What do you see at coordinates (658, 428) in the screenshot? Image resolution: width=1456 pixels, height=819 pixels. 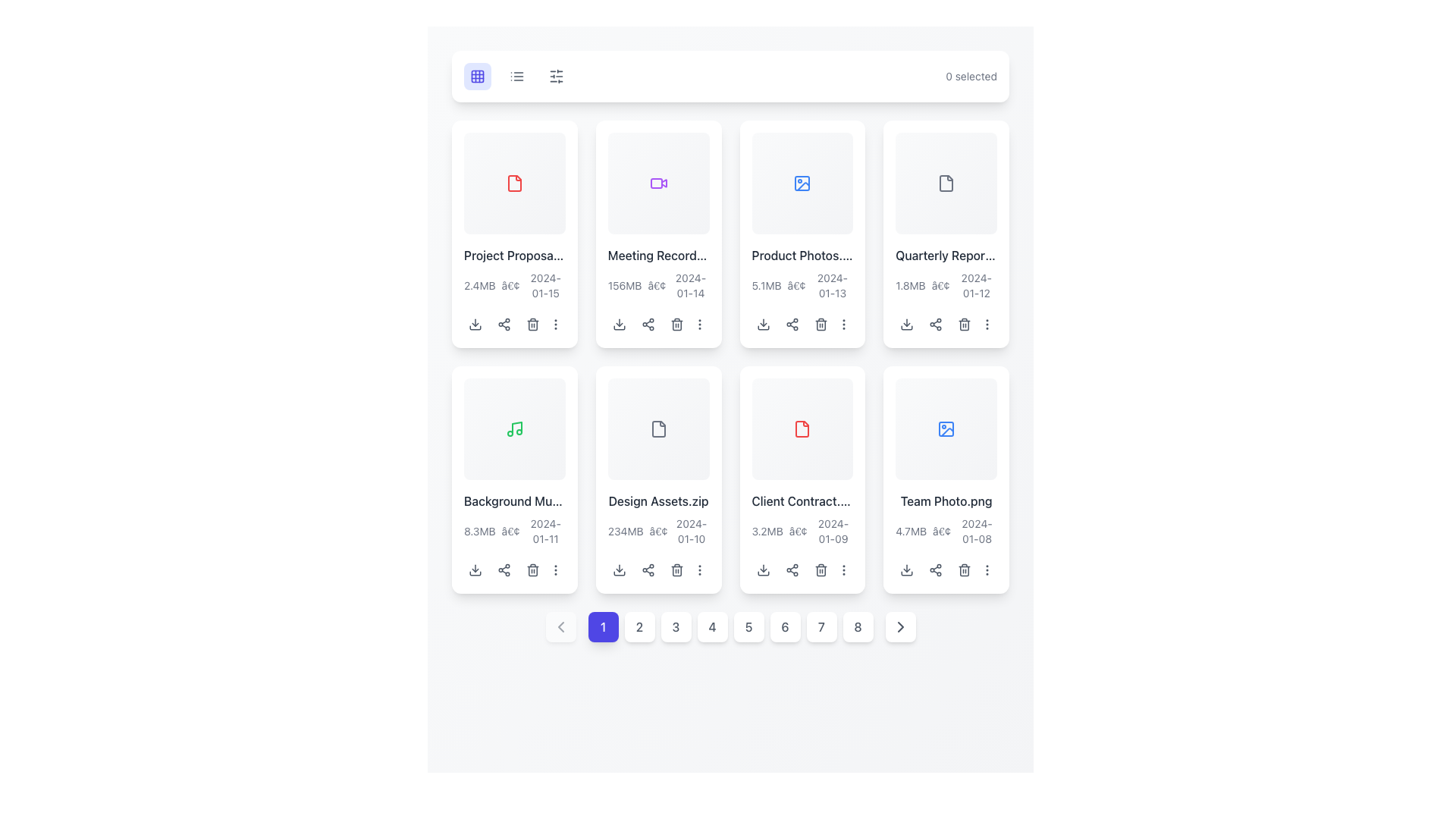 I see `the file icon located in the fourth card of the top row in the grid layout, which has a gray color scheme and is styled with rounded corners` at bounding box center [658, 428].